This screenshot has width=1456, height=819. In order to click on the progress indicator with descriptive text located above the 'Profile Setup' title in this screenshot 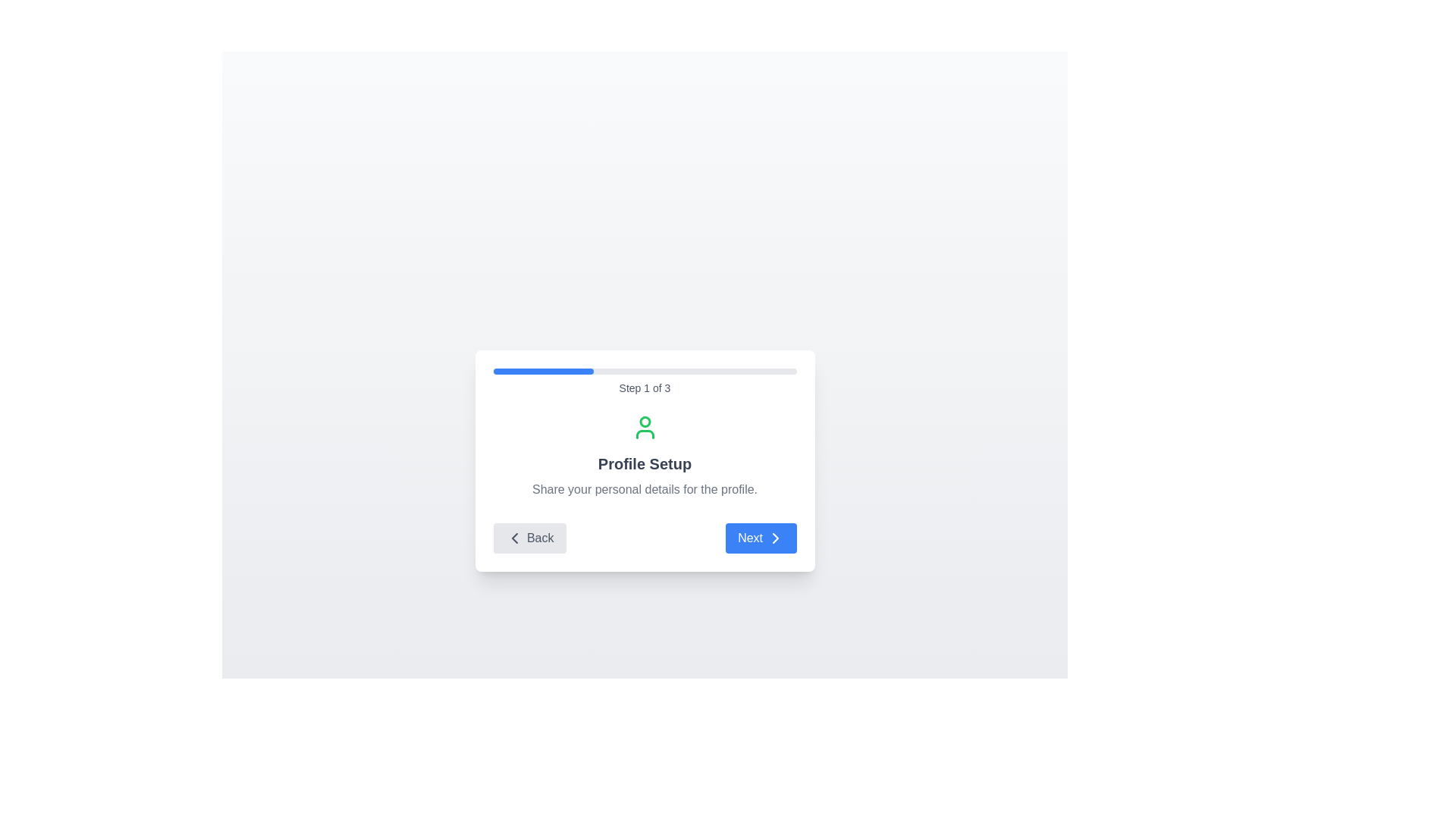, I will do `click(645, 381)`.